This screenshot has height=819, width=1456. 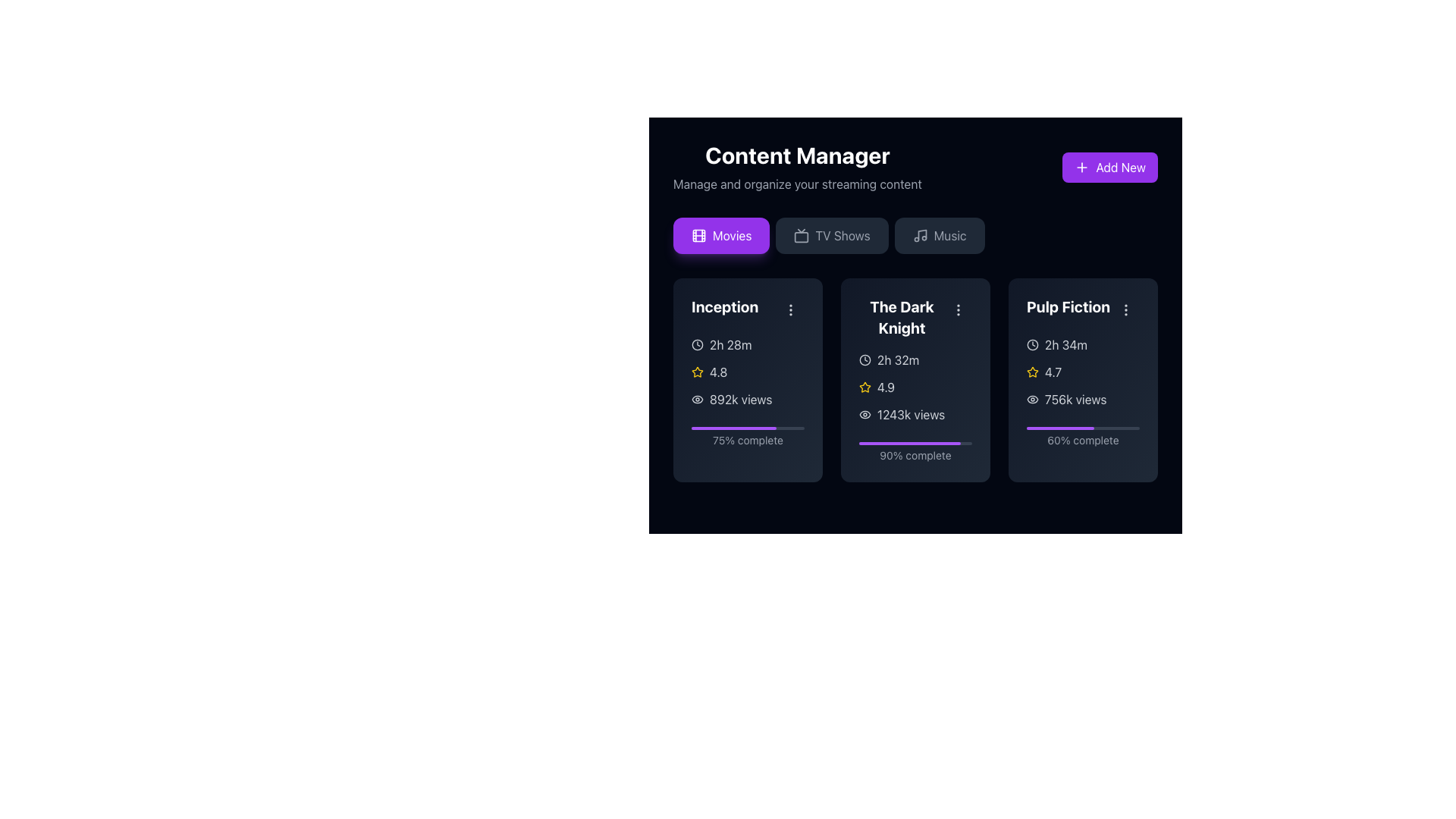 I want to click on completion text '60% complete' from the progress indicator located at the bottom section of the 'Pulp Fiction' card in the Movies section, so click(x=1082, y=435).